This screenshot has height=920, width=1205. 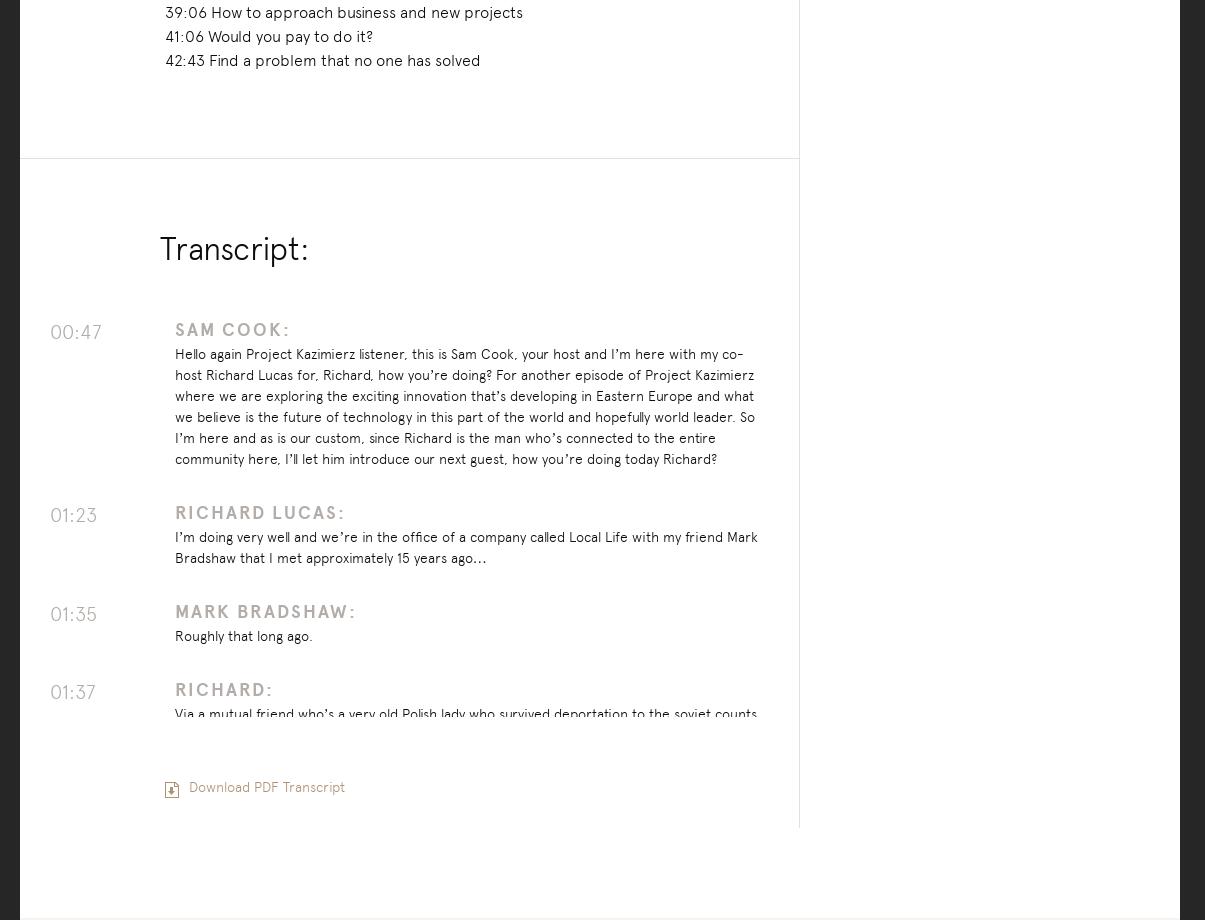 I want to click on '00:47', so click(x=49, y=331).